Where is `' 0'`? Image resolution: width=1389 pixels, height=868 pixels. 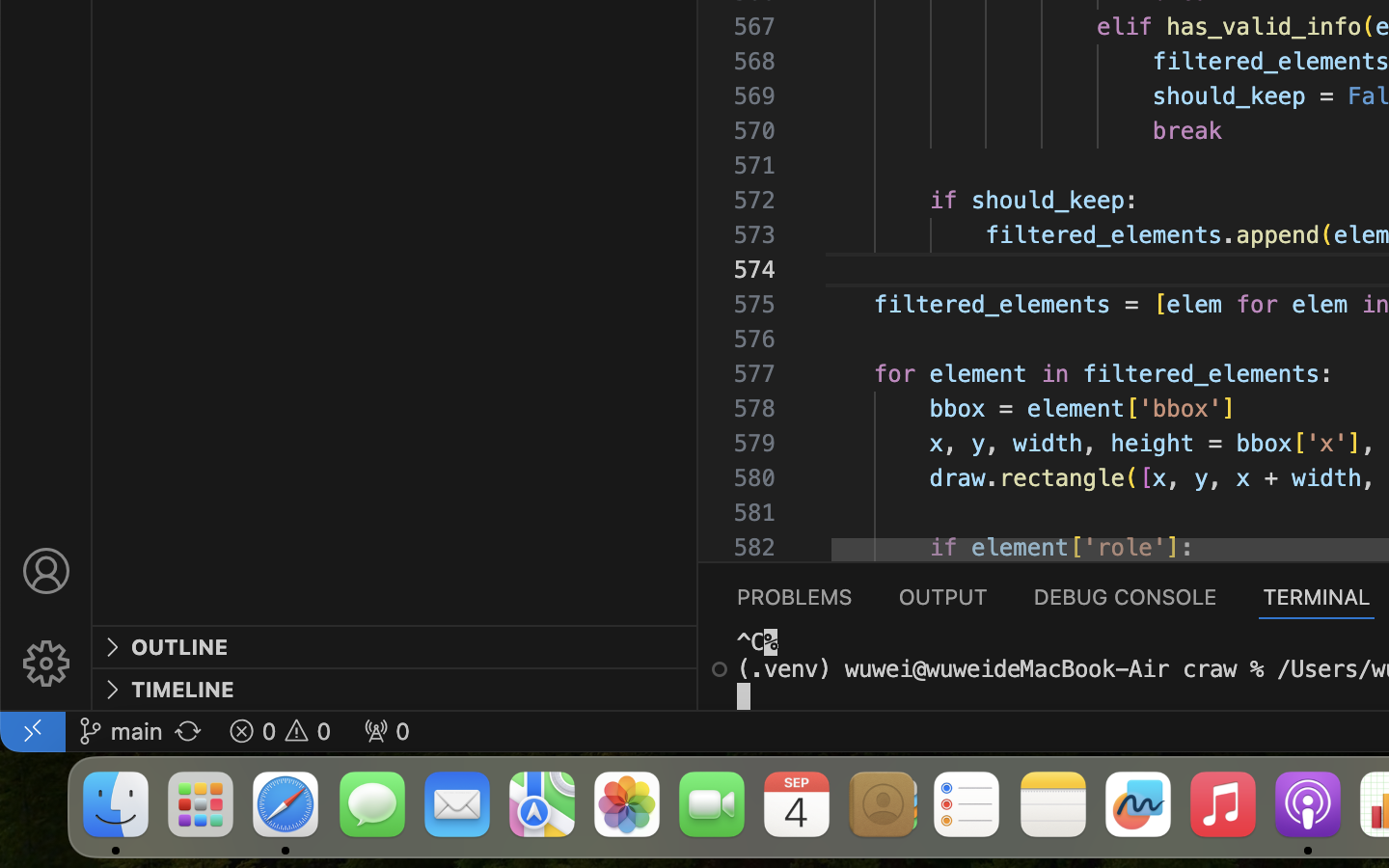 ' 0' is located at coordinates (386, 729).